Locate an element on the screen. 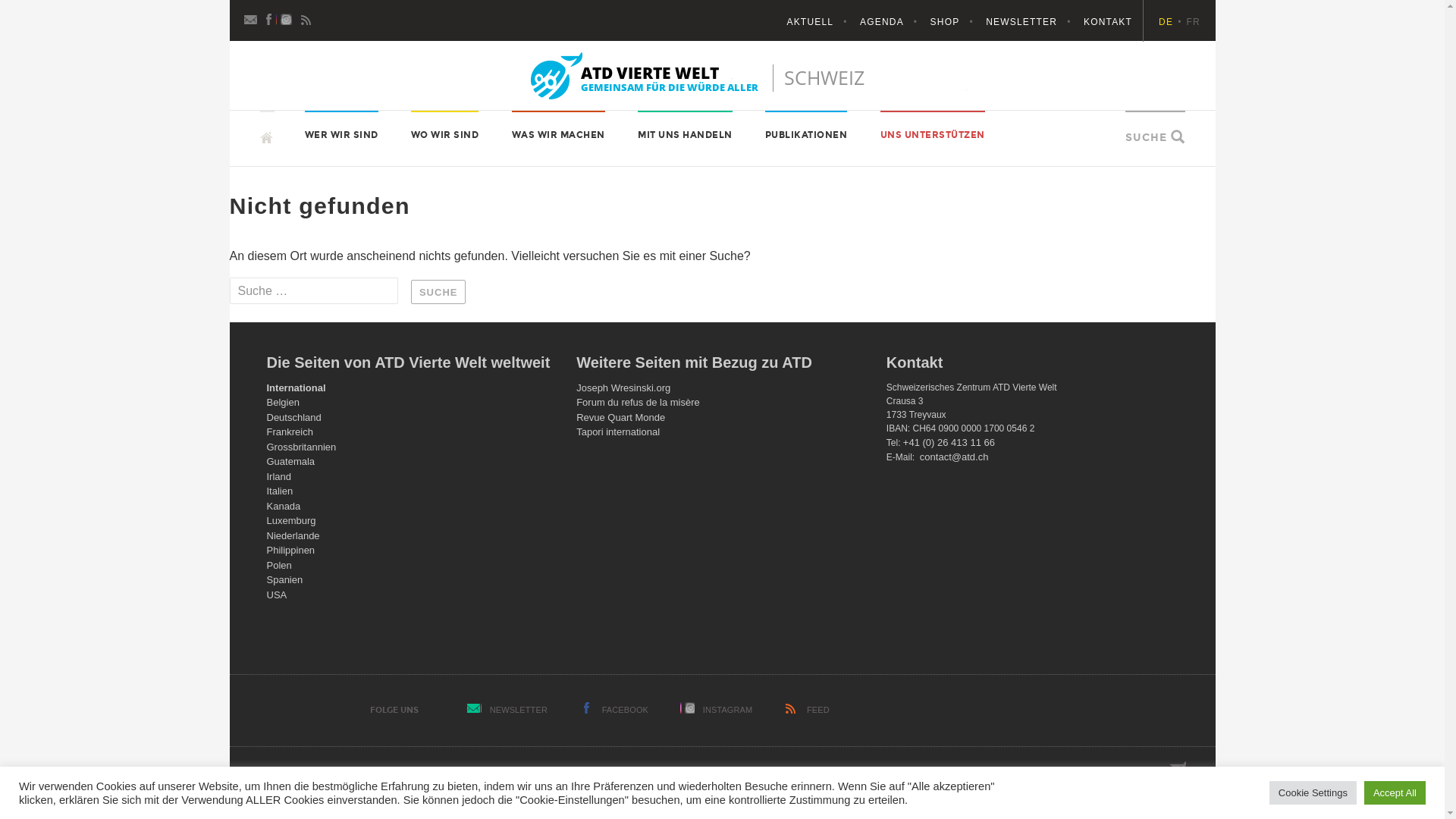 The height and width of the screenshot is (819, 1456). 'contact@atd.ch' is located at coordinates (953, 456).